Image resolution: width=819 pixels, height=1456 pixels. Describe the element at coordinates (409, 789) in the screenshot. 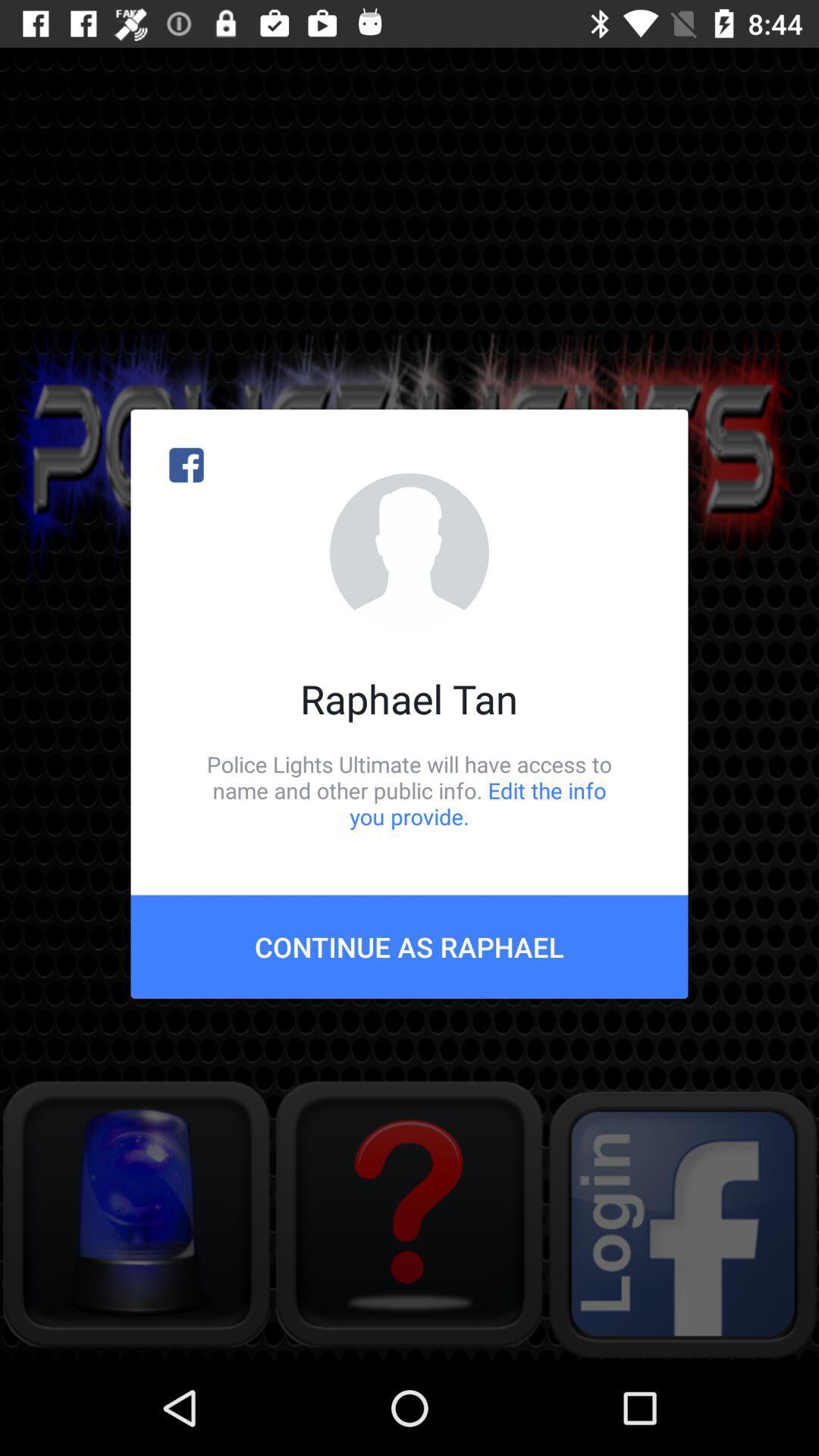

I see `the police lights ultimate` at that location.